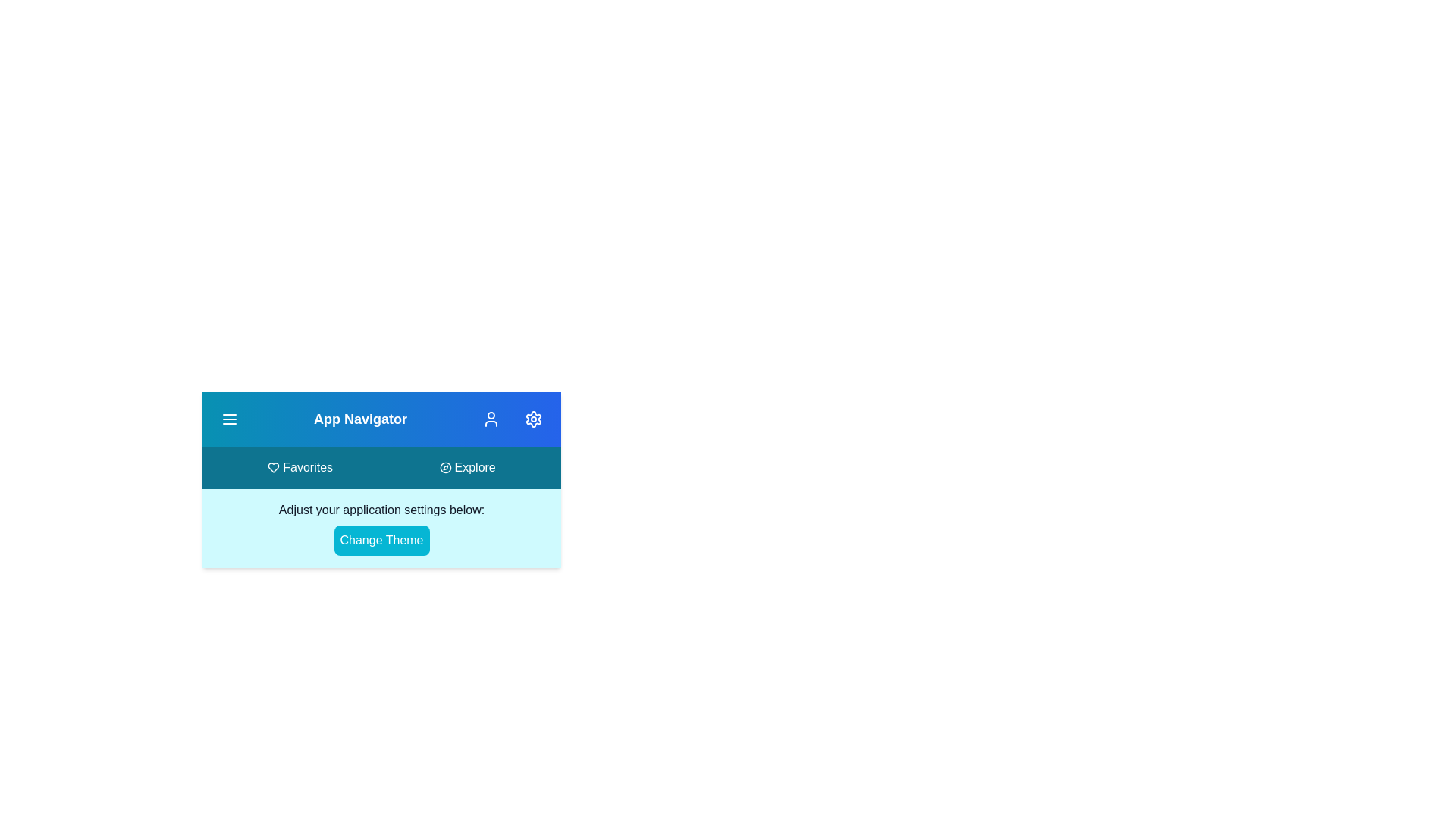 This screenshot has height=819, width=1456. What do you see at coordinates (381, 540) in the screenshot?
I see `the 'Change Theme' button, which has a cyan background and white text, located below the settings text in the settings panel` at bounding box center [381, 540].